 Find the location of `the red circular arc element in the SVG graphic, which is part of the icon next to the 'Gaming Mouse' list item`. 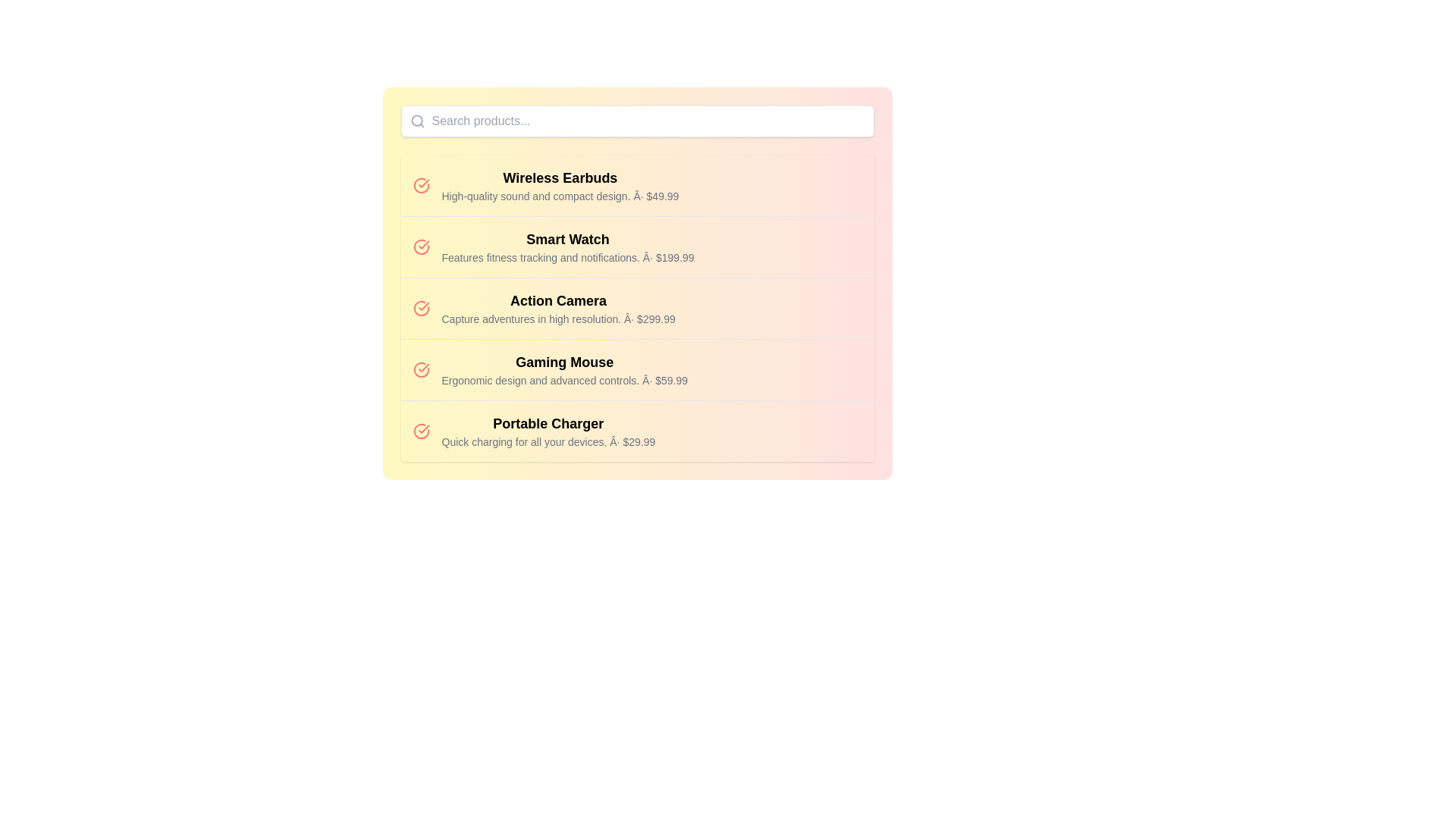

the red circular arc element in the SVG graphic, which is part of the icon next to the 'Gaming Mouse' list item is located at coordinates (421, 370).